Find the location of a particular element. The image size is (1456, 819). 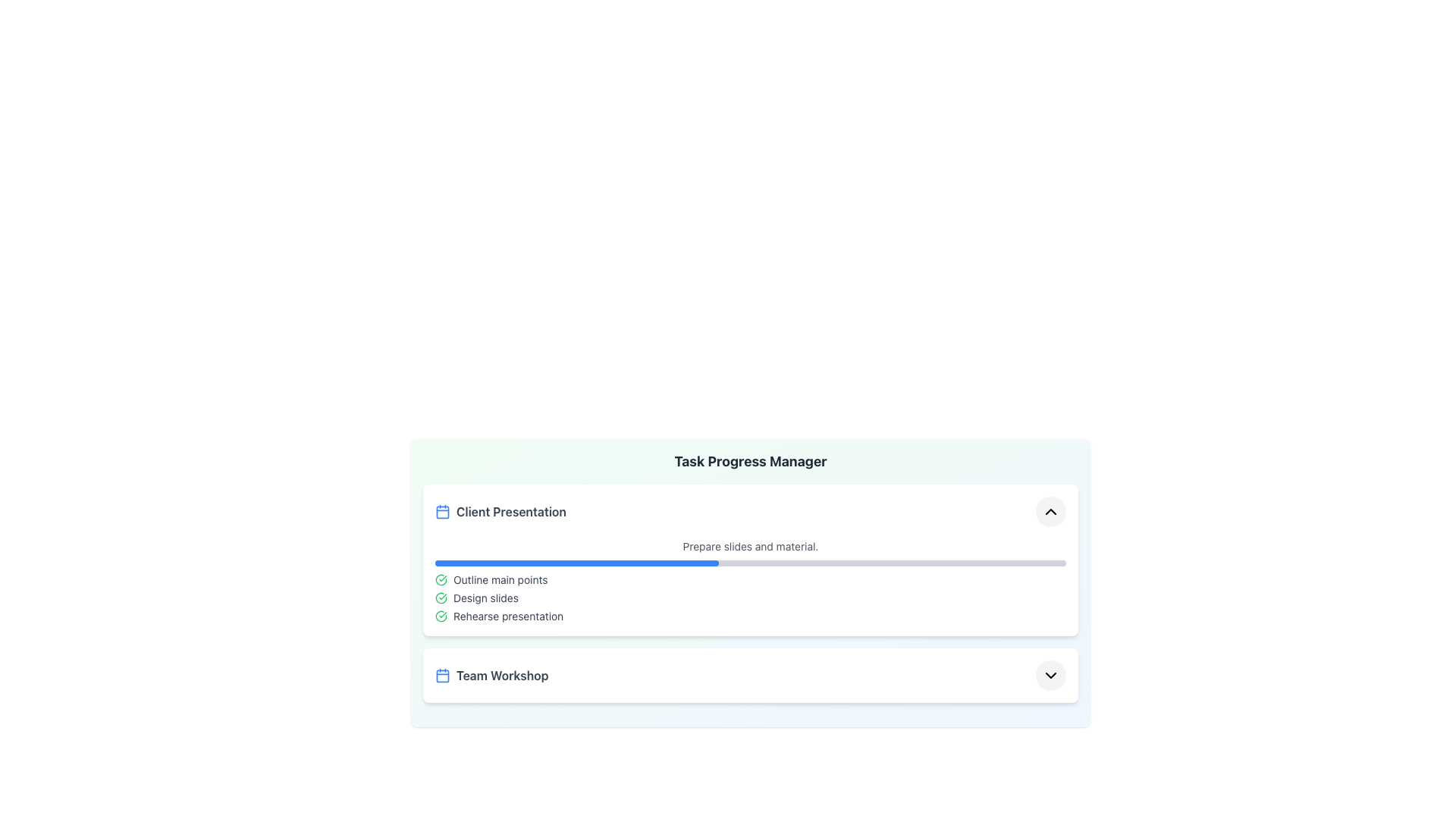

the circular button with a gray background and an upward chevron icon located at the top-right corner of the 'Client Presentation' section is located at coordinates (1050, 512).